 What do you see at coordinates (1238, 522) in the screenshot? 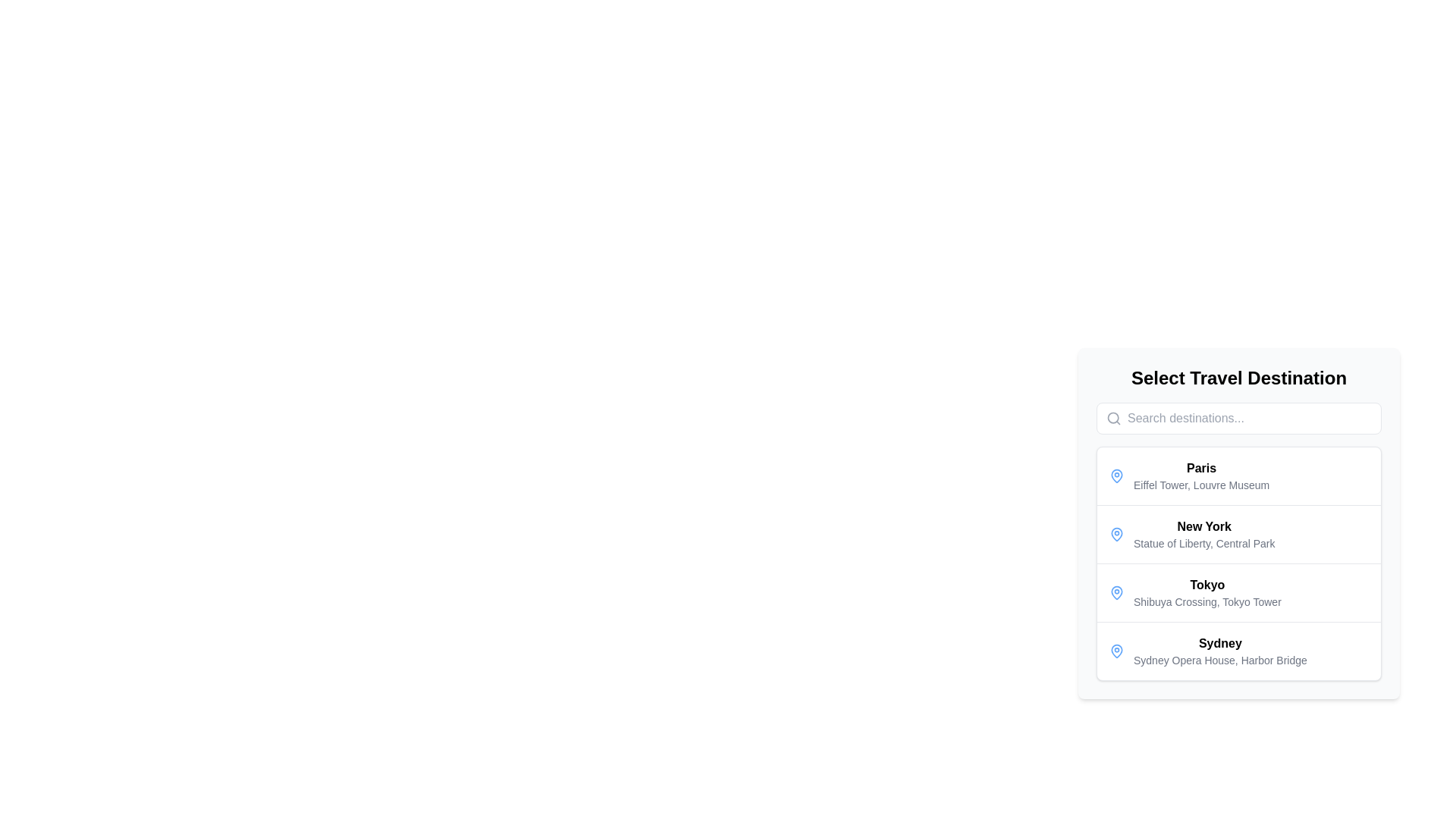
I see `the highlighted destination 'New York' in the dropdown menu` at bounding box center [1238, 522].